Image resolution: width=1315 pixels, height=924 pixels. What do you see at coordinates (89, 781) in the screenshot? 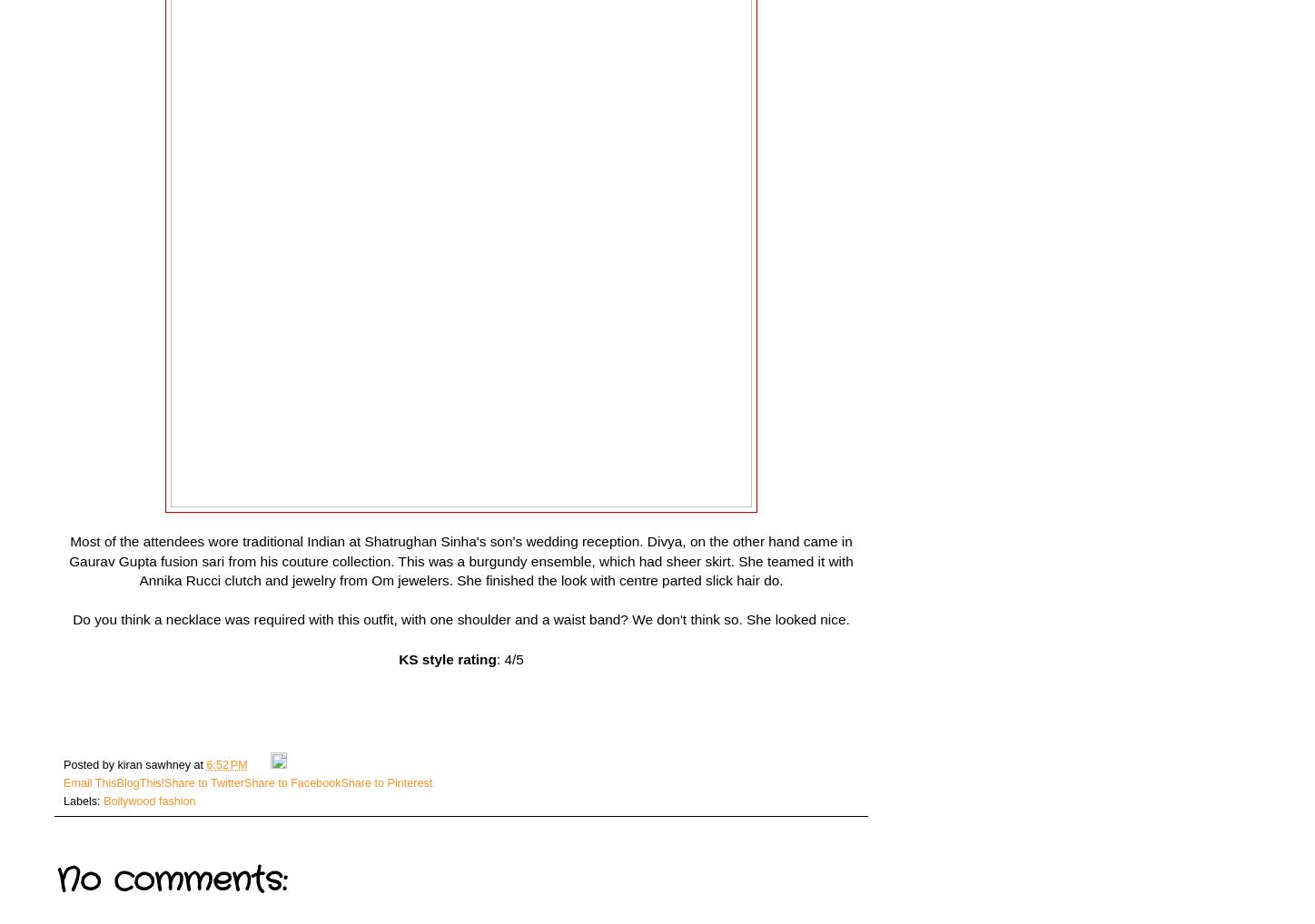
I see `'Email This'` at bounding box center [89, 781].